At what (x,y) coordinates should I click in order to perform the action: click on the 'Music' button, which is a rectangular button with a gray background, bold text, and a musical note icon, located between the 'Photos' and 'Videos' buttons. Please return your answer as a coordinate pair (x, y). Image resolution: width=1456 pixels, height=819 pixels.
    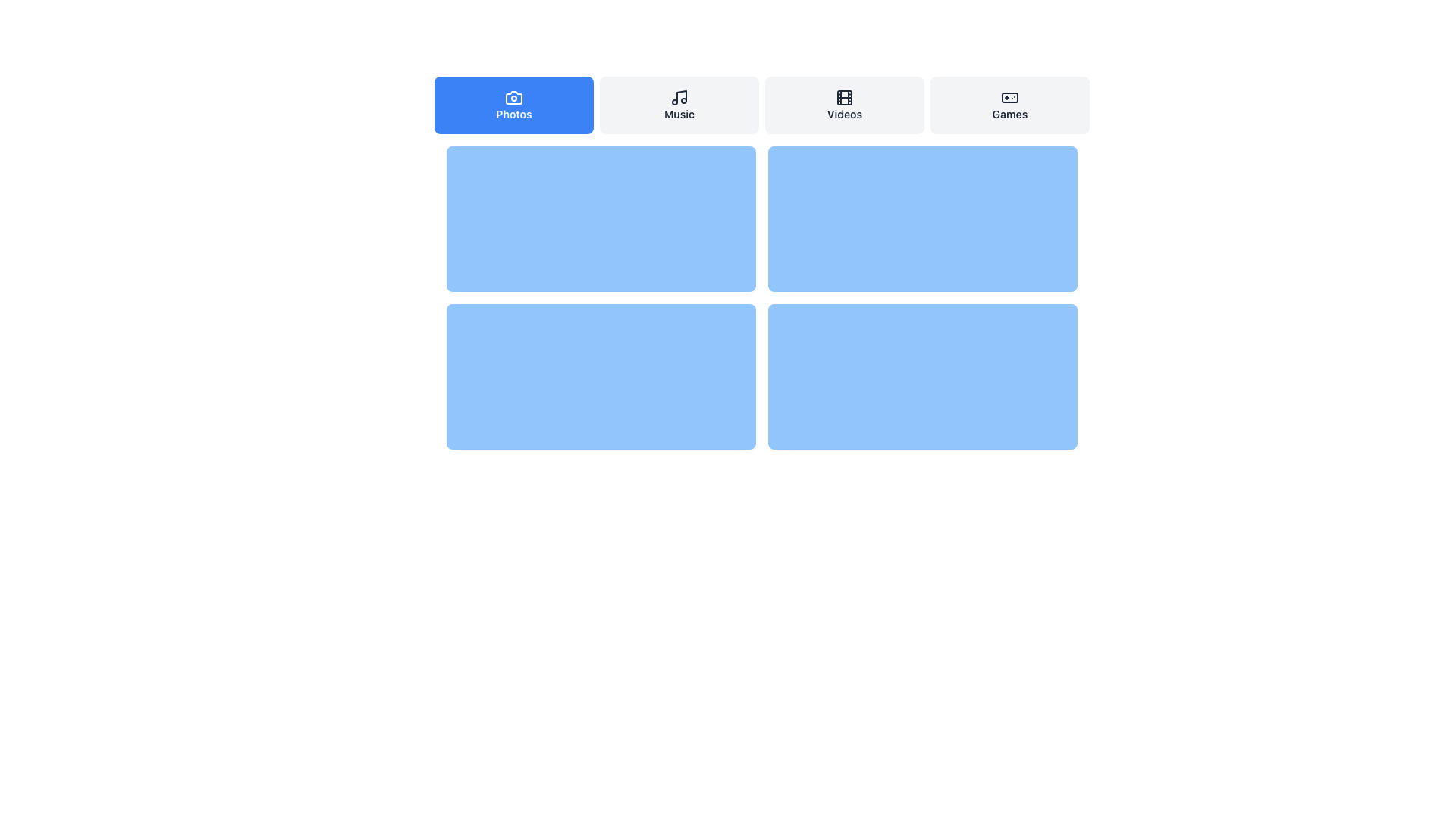
    Looking at the image, I should click on (679, 104).